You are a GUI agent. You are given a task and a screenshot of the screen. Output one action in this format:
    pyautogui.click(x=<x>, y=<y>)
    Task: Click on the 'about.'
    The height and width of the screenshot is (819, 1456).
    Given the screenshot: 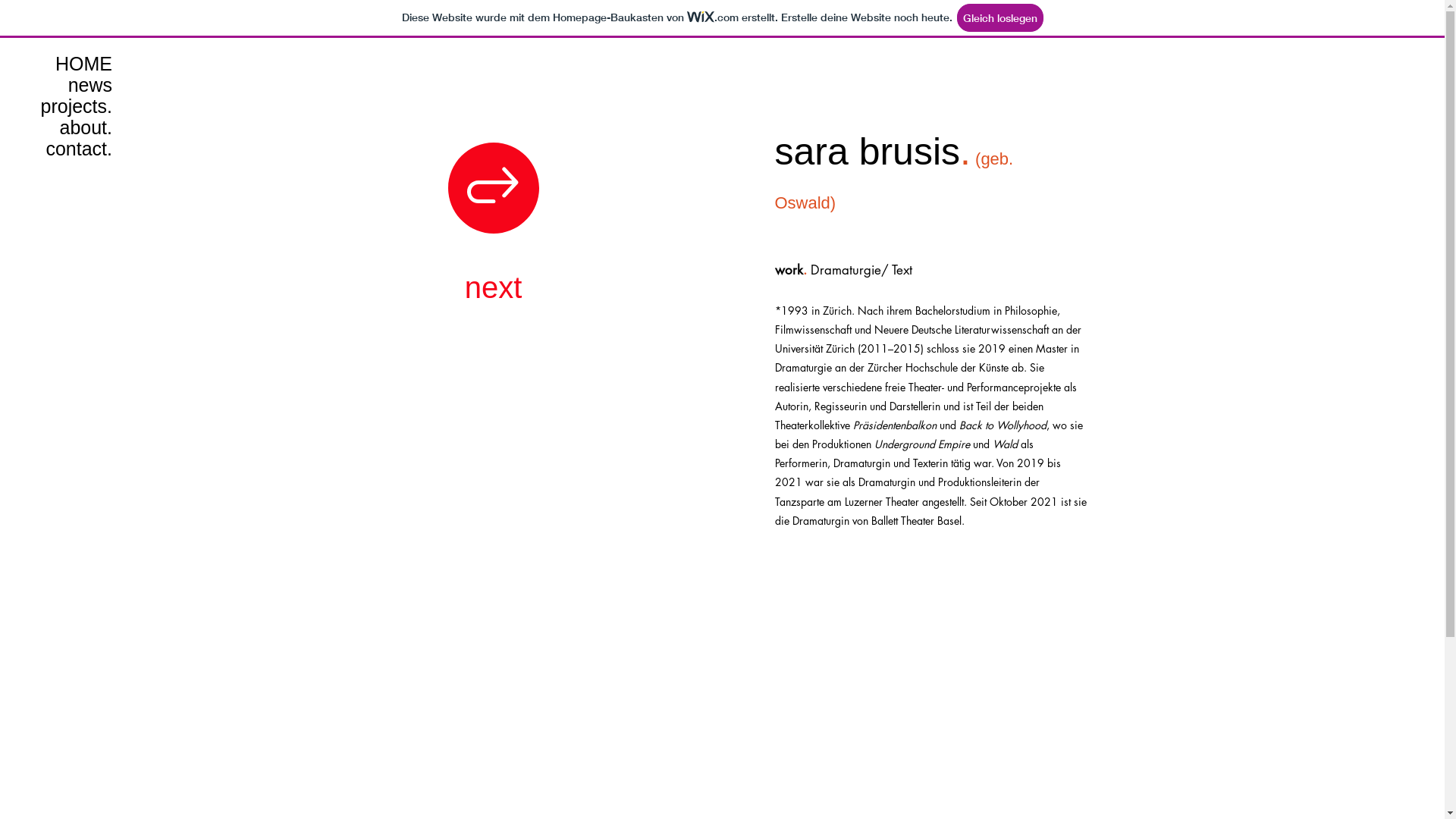 What is the action you would take?
    pyautogui.click(x=63, y=127)
    